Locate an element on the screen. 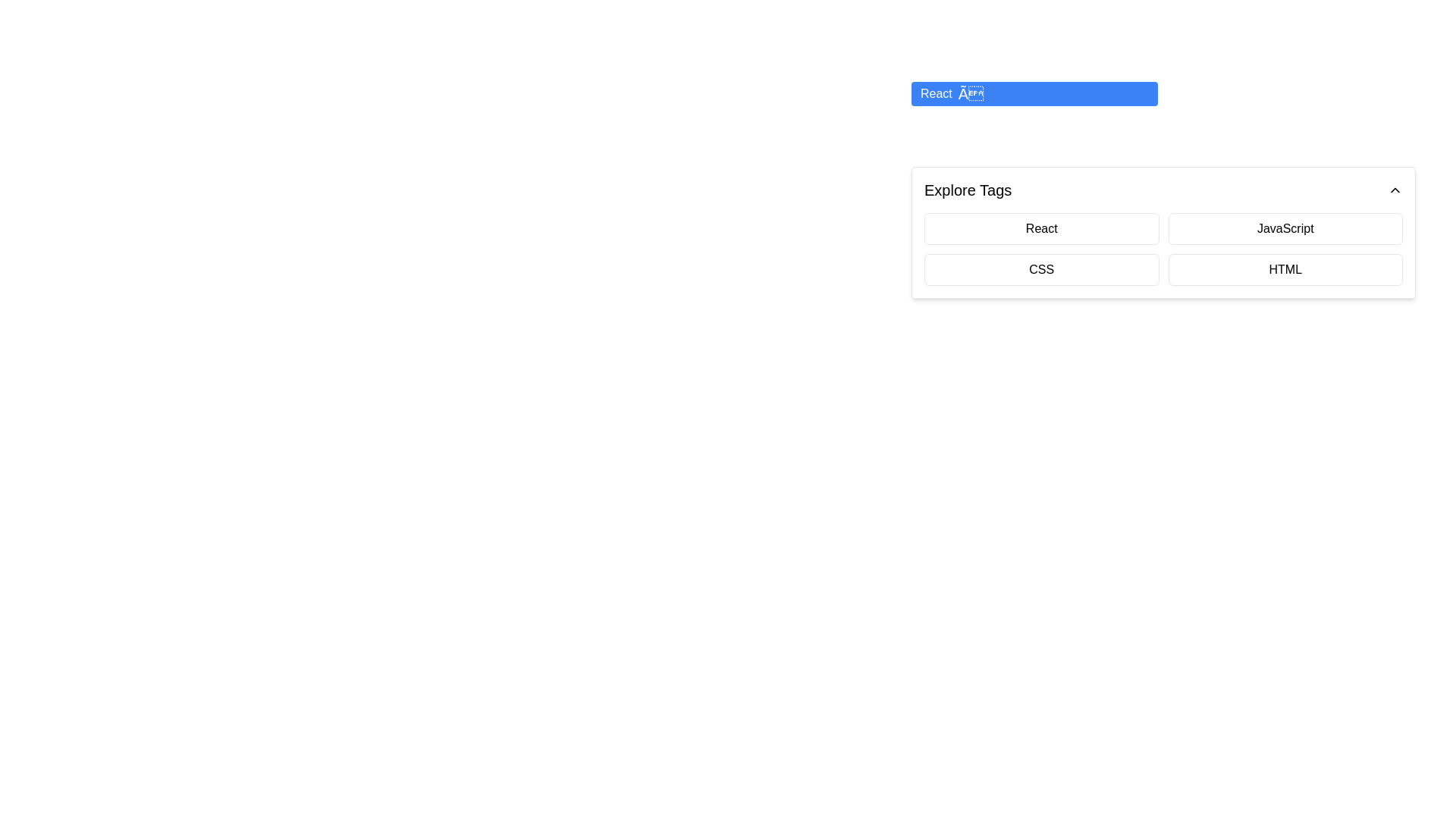 The image size is (1456, 819). the Static Text header located in the top left section of the panel, which indicates the purpose of the surrounding panel is located at coordinates (967, 189).